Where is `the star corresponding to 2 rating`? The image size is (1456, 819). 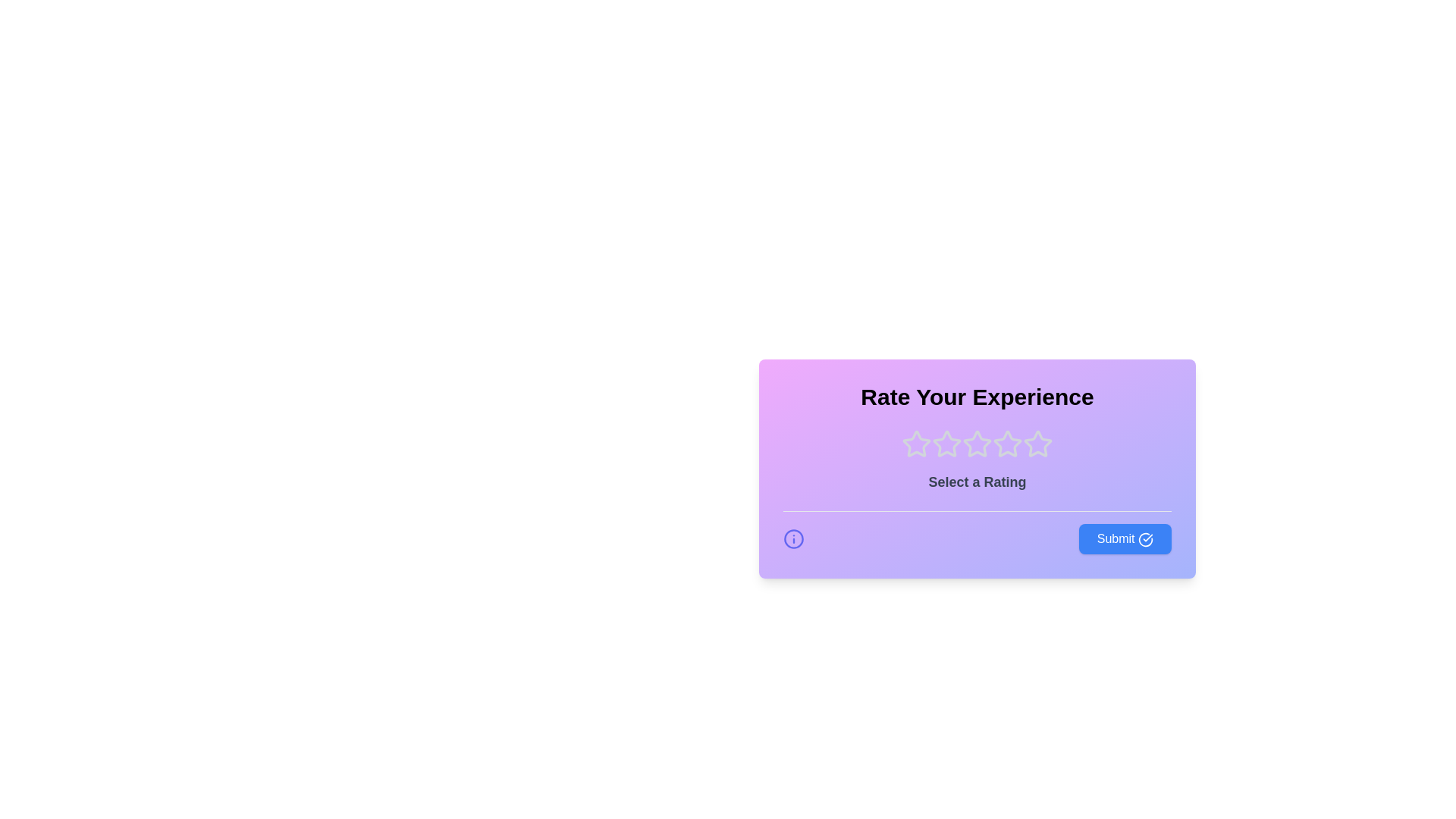
the star corresponding to 2 rating is located at coordinates (946, 444).